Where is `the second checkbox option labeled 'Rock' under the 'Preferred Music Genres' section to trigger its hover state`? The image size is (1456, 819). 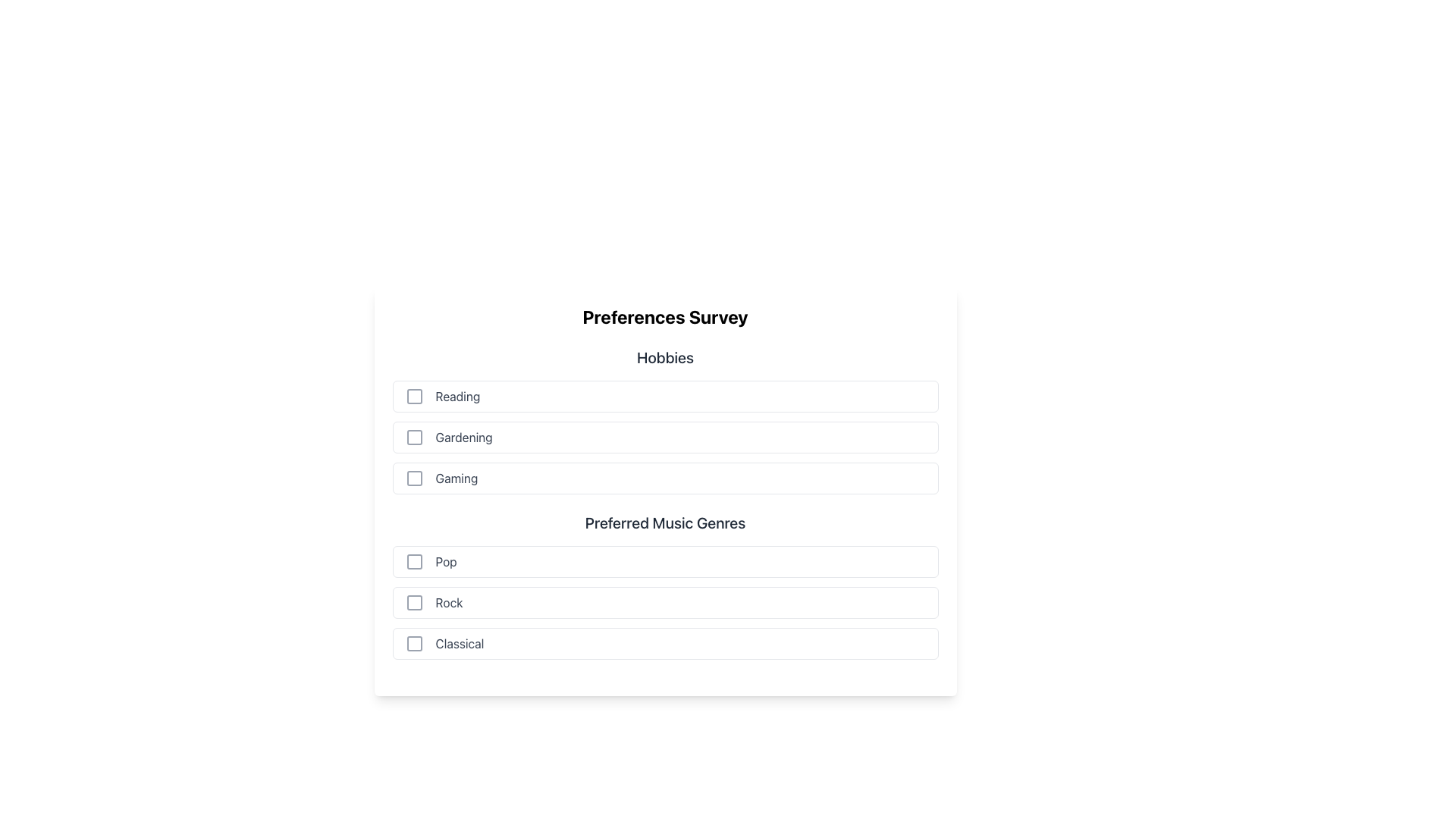
the second checkbox option labeled 'Rock' under the 'Preferred Music Genres' section to trigger its hover state is located at coordinates (665, 601).